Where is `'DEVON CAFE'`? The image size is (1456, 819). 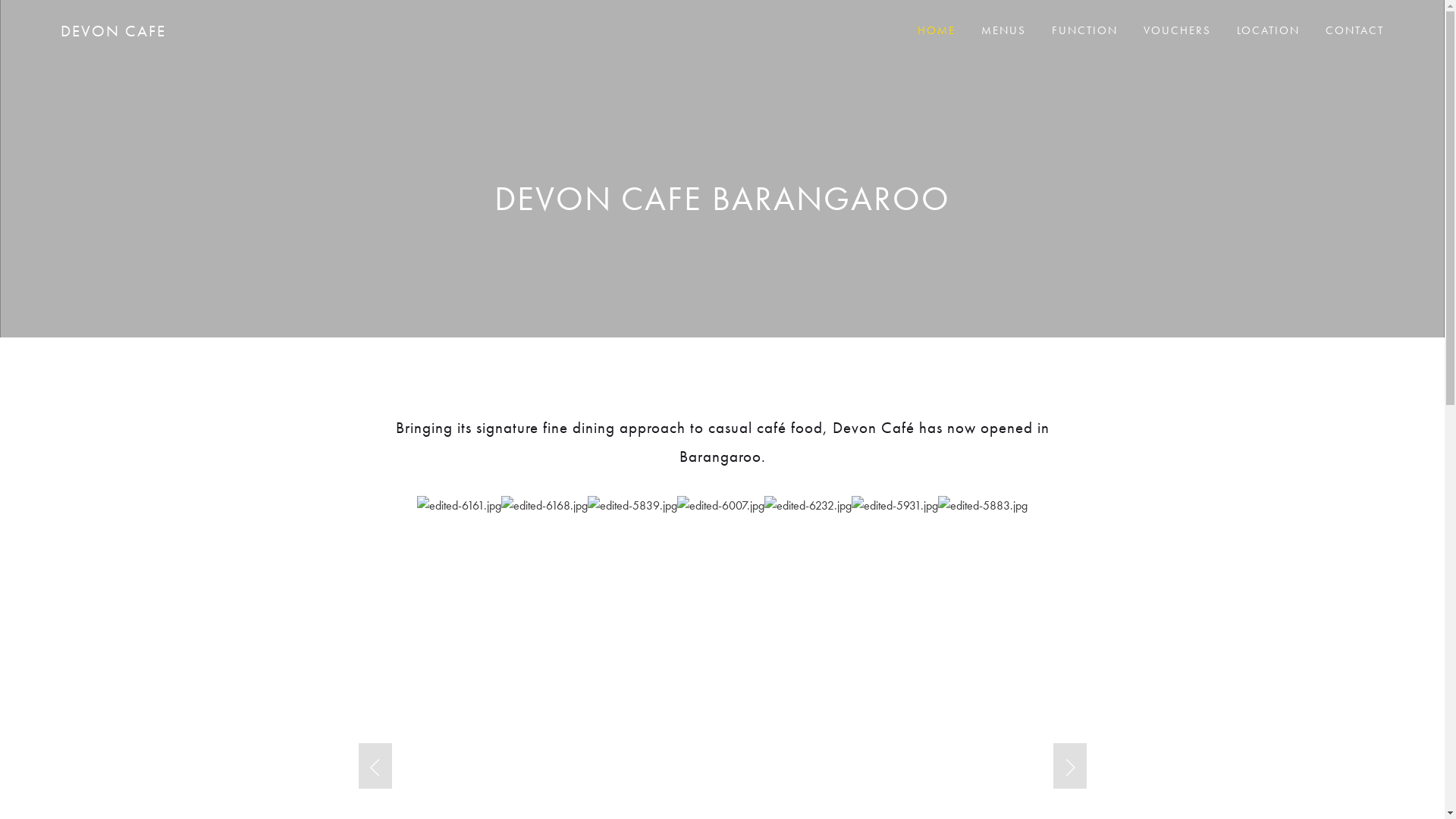
'DEVON CAFE' is located at coordinates (112, 30).